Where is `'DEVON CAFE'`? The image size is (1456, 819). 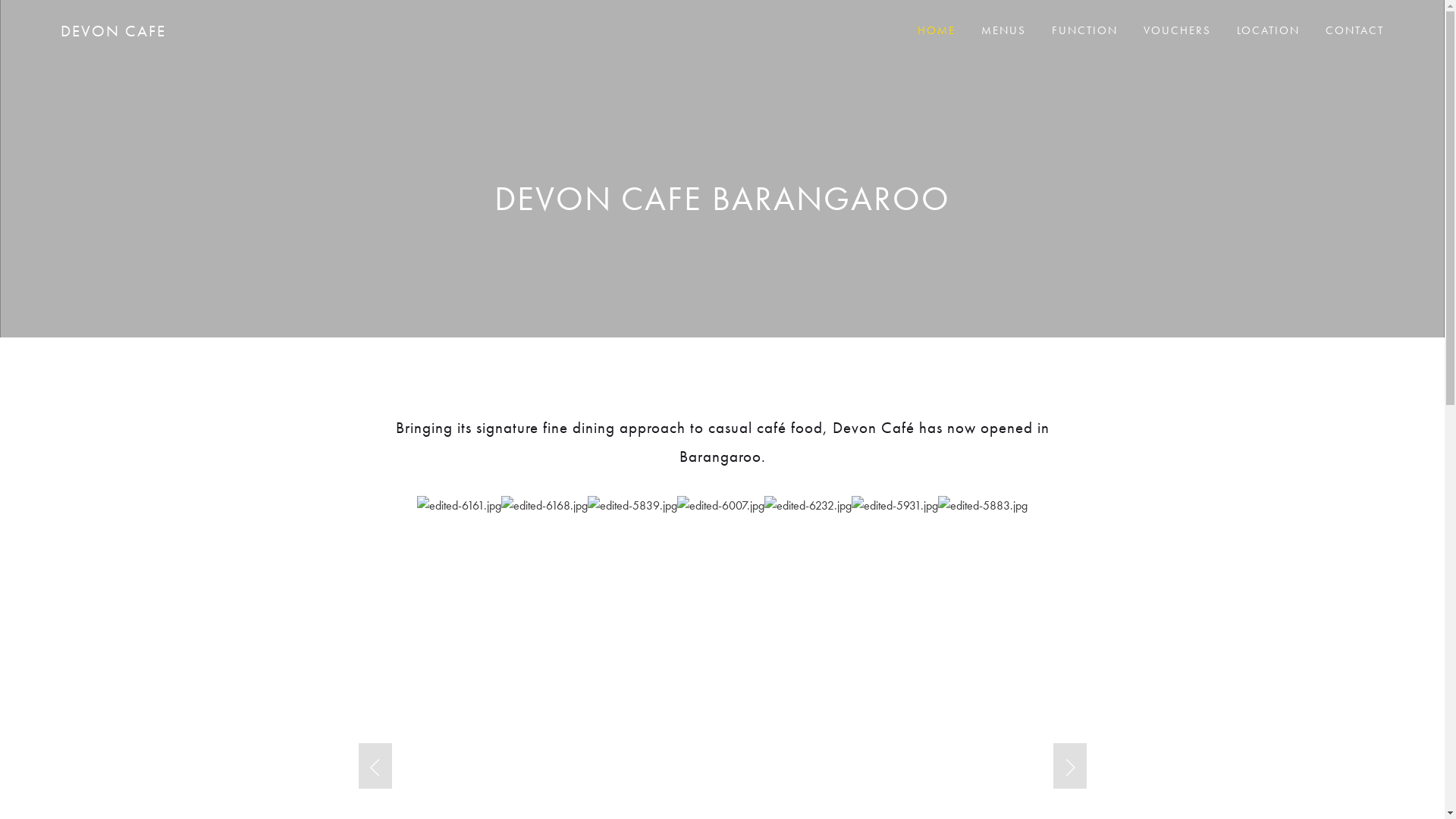
'DEVON CAFE' is located at coordinates (112, 30).